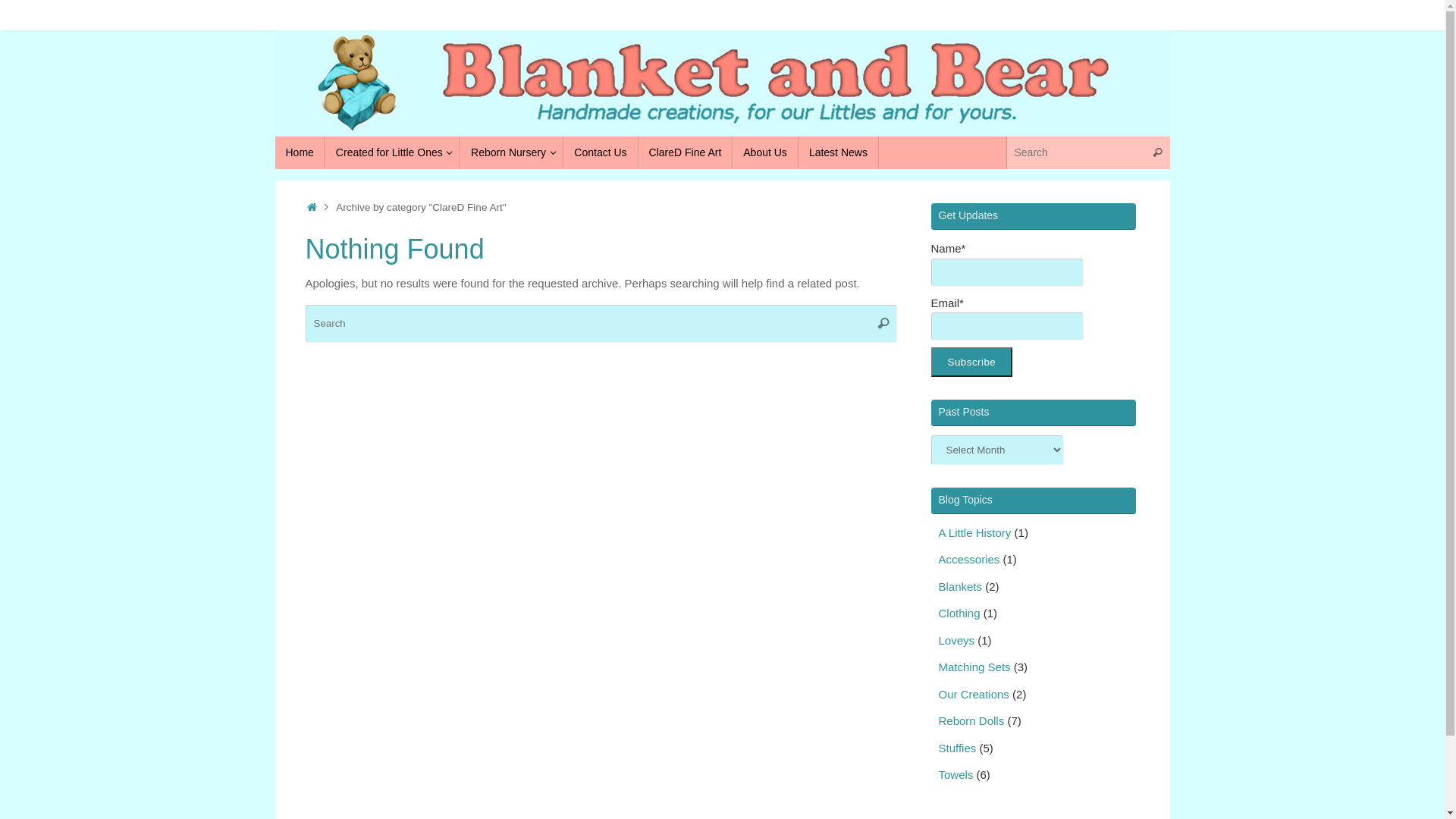 The width and height of the screenshot is (1456, 819). What do you see at coordinates (955, 774) in the screenshot?
I see `'Towels'` at bounding box center [955, 774].